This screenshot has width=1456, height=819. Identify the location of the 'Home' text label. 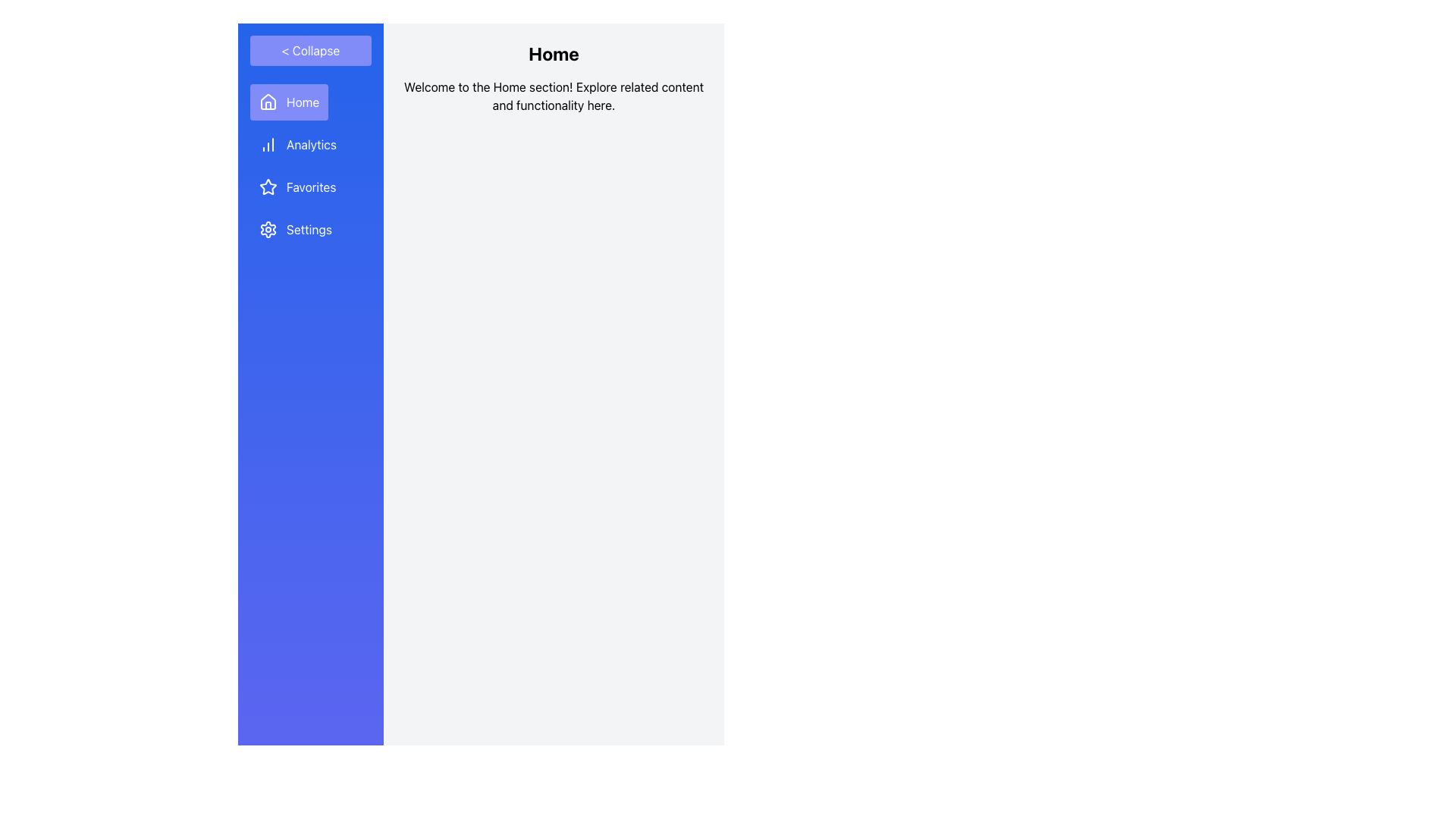
(303, 102).